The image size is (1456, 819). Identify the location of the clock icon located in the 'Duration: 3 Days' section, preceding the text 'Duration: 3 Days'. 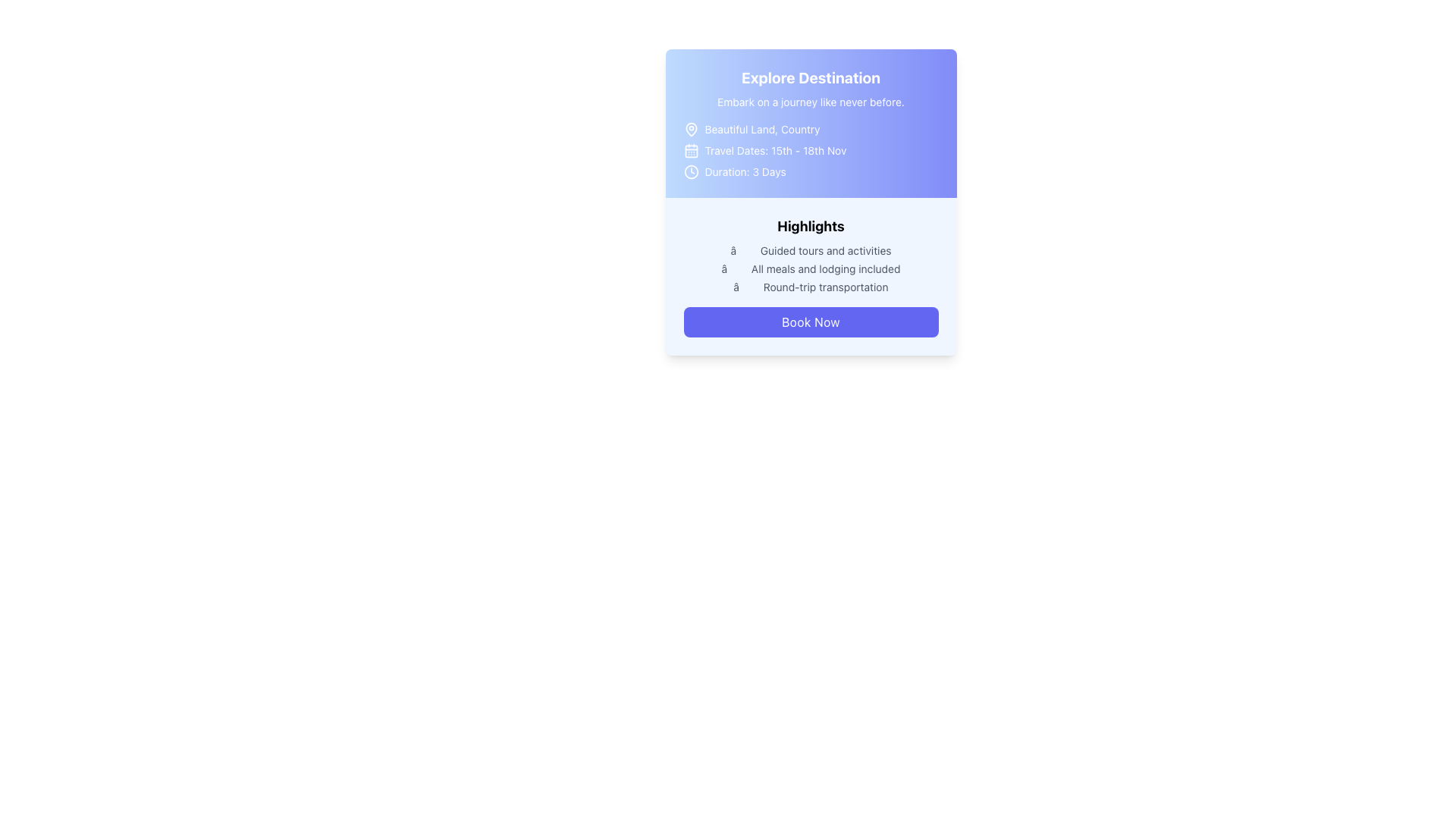
(690, 171).